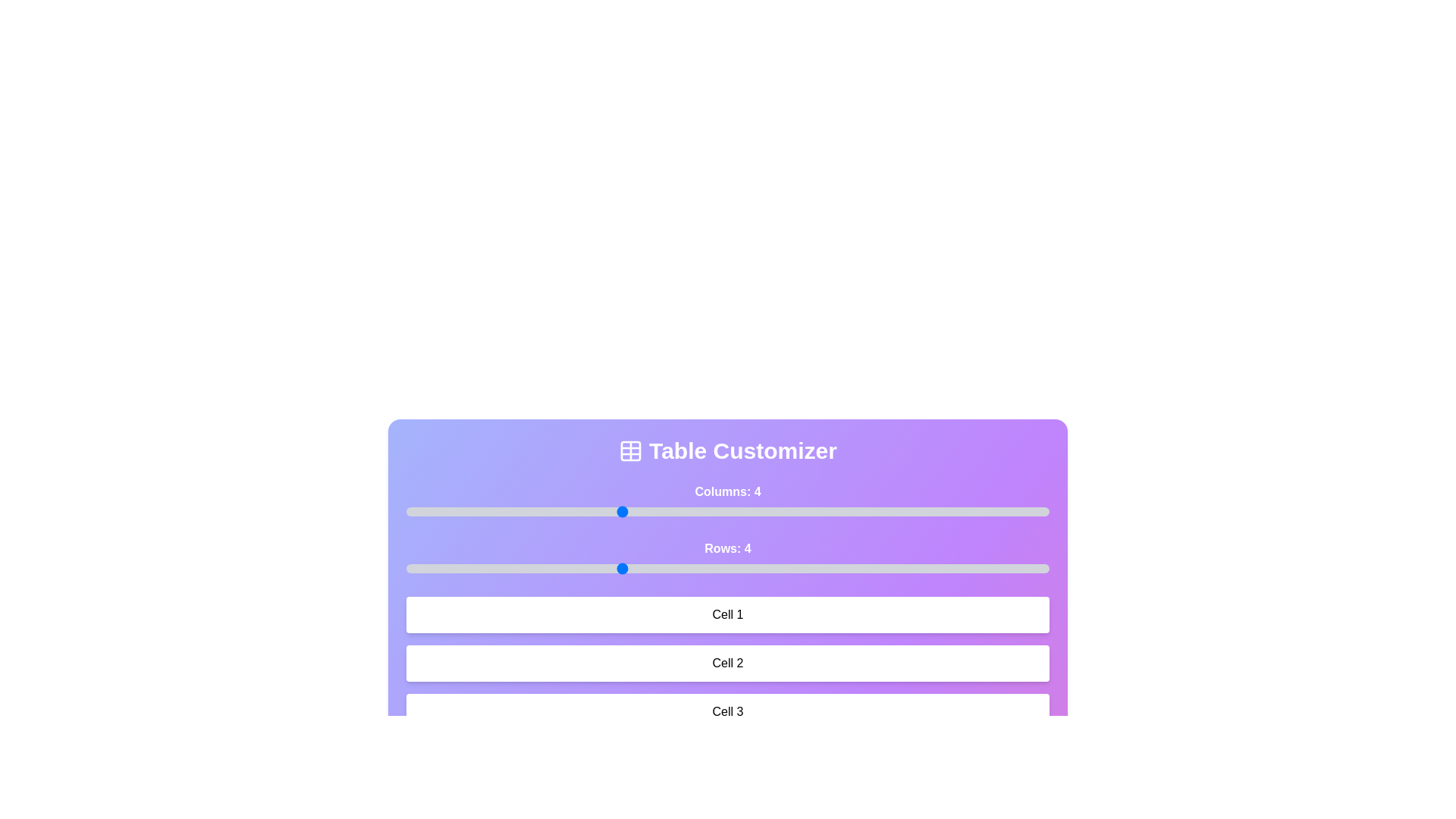 The height and width of the screenshot is (819, 1456). What do you see at coordinates (728, 512) in the screenshot?
I see `the column slider to set the number of columns to 5` at bounding box center [728, 512].